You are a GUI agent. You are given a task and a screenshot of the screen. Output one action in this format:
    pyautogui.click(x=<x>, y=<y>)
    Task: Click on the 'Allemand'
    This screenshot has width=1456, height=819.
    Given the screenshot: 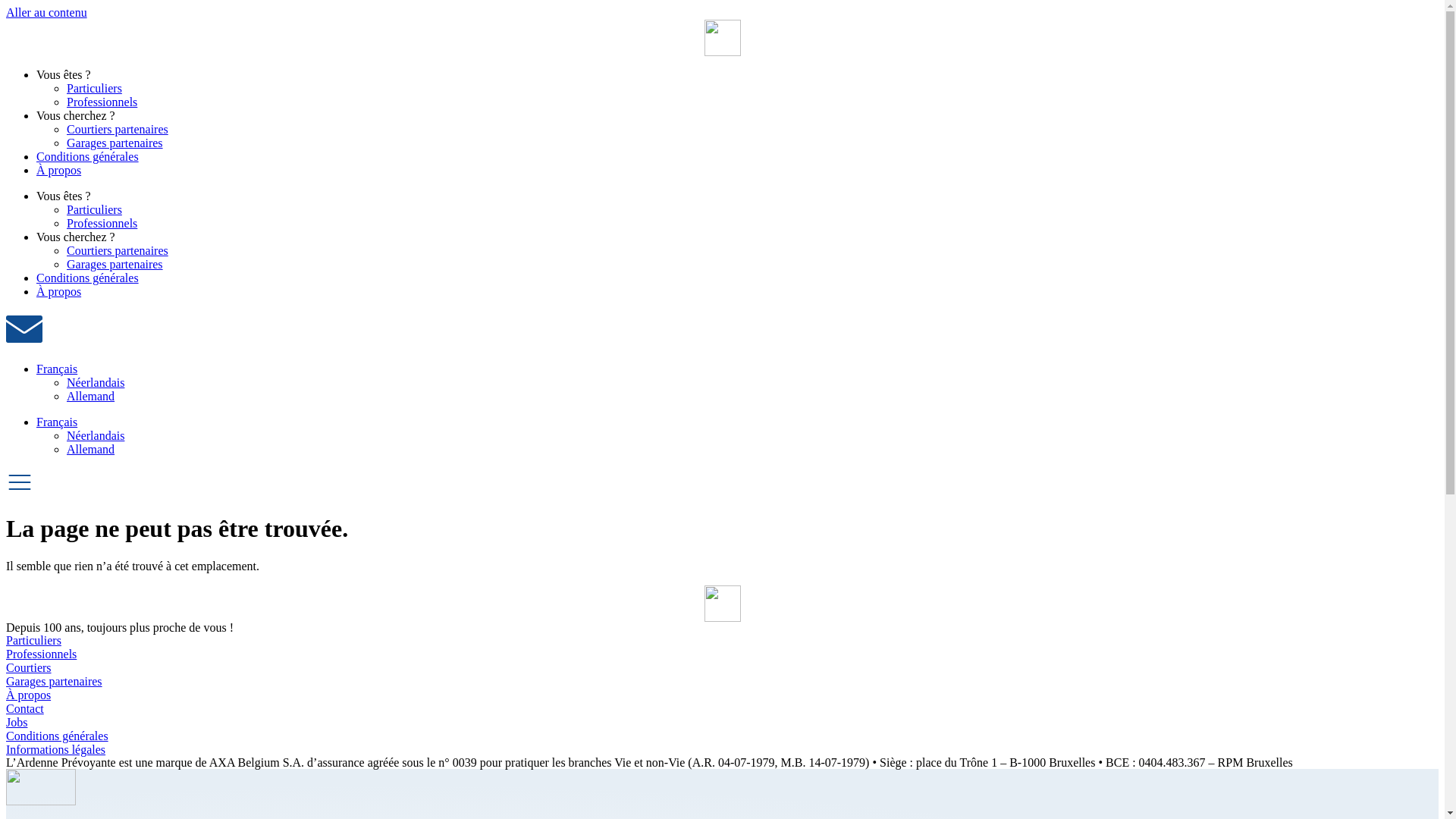 What is the action you would take?
    pyautogui.click(x=65, y=395)
    